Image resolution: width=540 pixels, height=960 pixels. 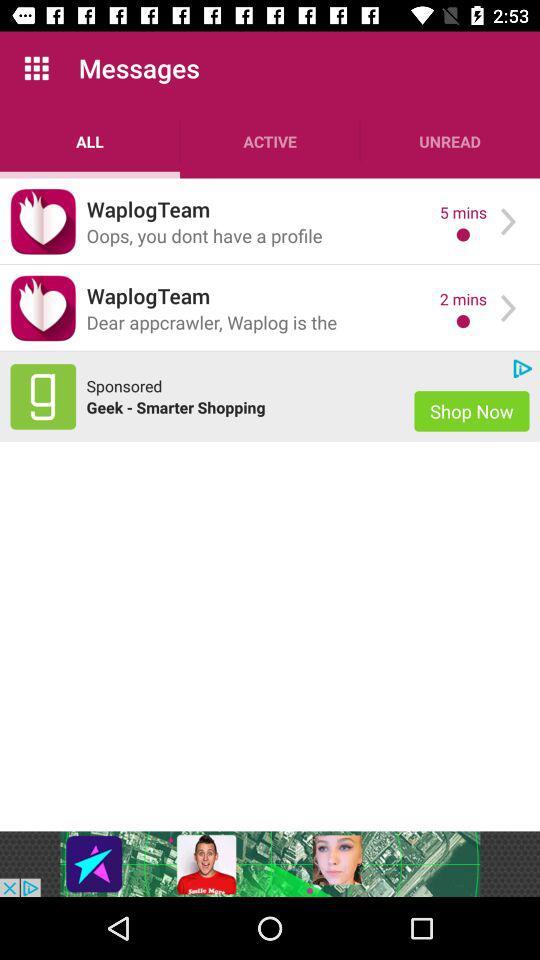 What do you see at coordinates (43, 221) in the screenshot?
I see `the button` at bounding box center [43, 221].